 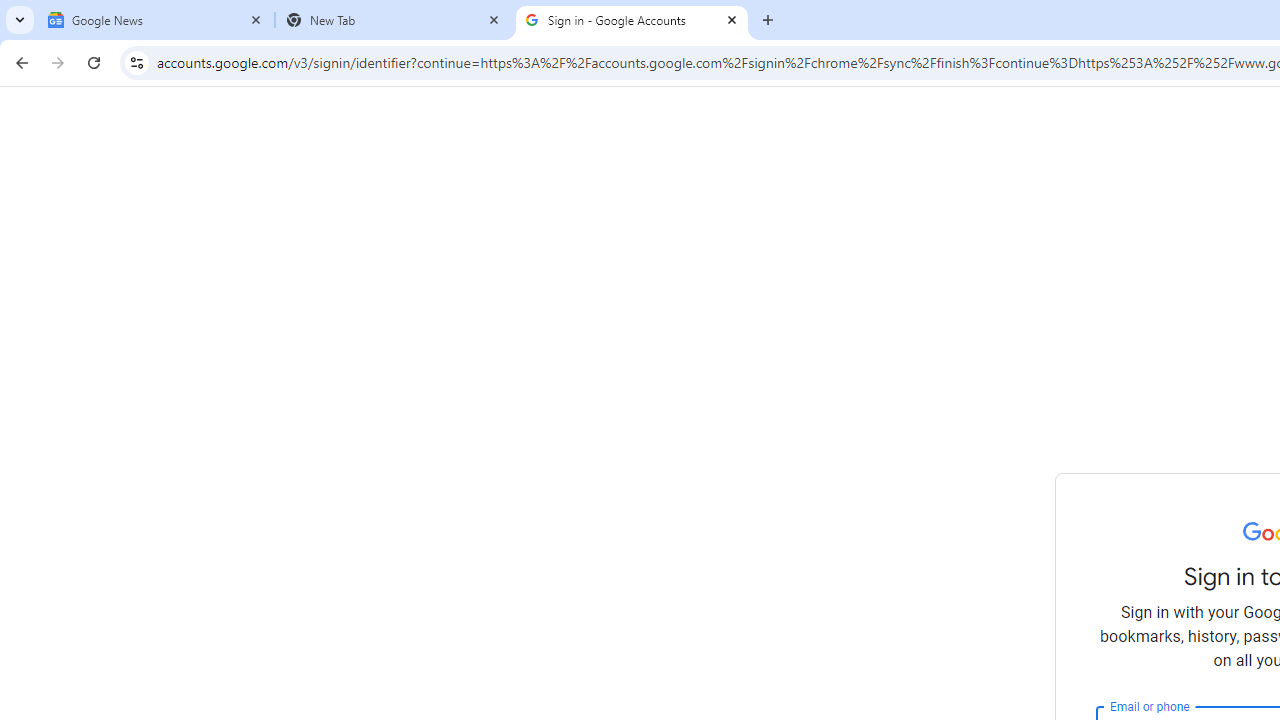 I want to click on 'Sign in - Google Accounts', so click(x=631, y=20).